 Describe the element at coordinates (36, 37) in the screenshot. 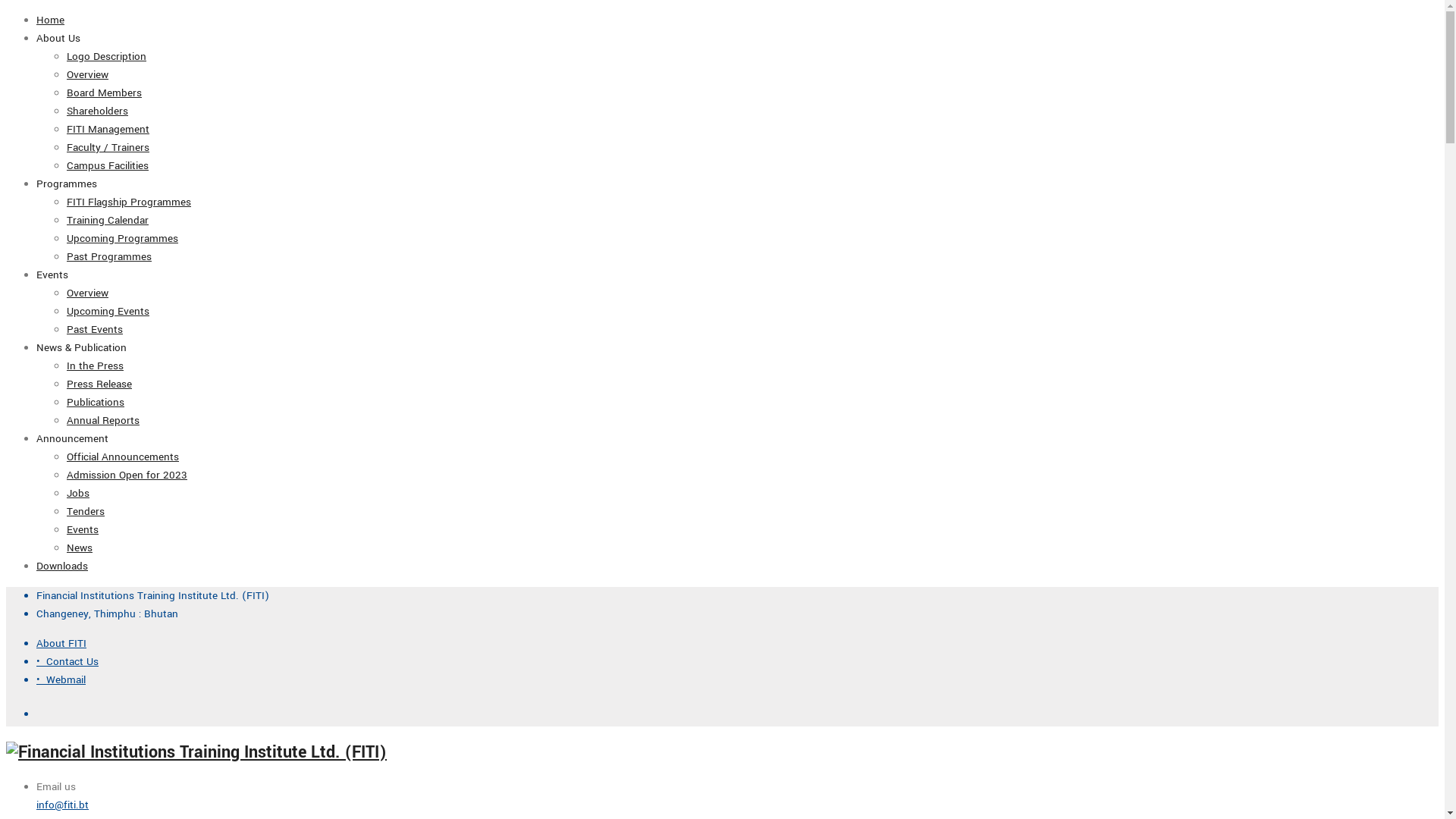

I see `'About Us'` at that location.